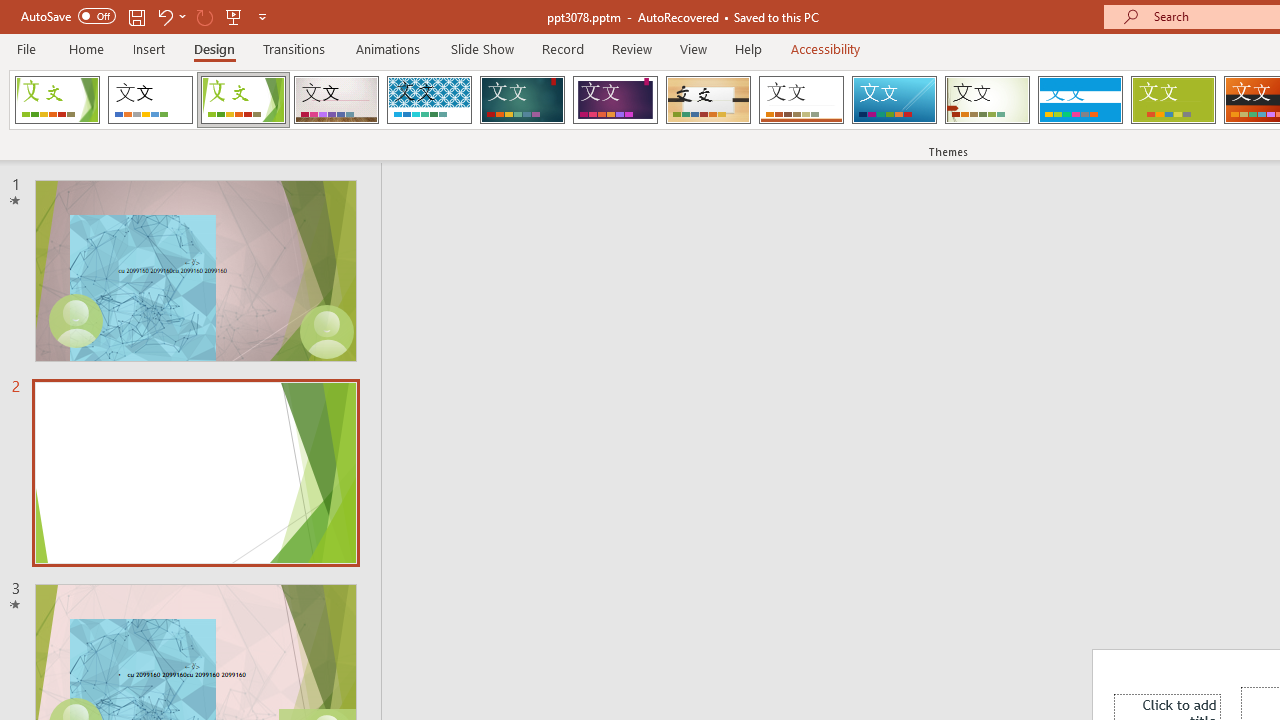  Describe the element at coordinates (1079, 100) in the screenshot. I see `'Banded'` at that location.